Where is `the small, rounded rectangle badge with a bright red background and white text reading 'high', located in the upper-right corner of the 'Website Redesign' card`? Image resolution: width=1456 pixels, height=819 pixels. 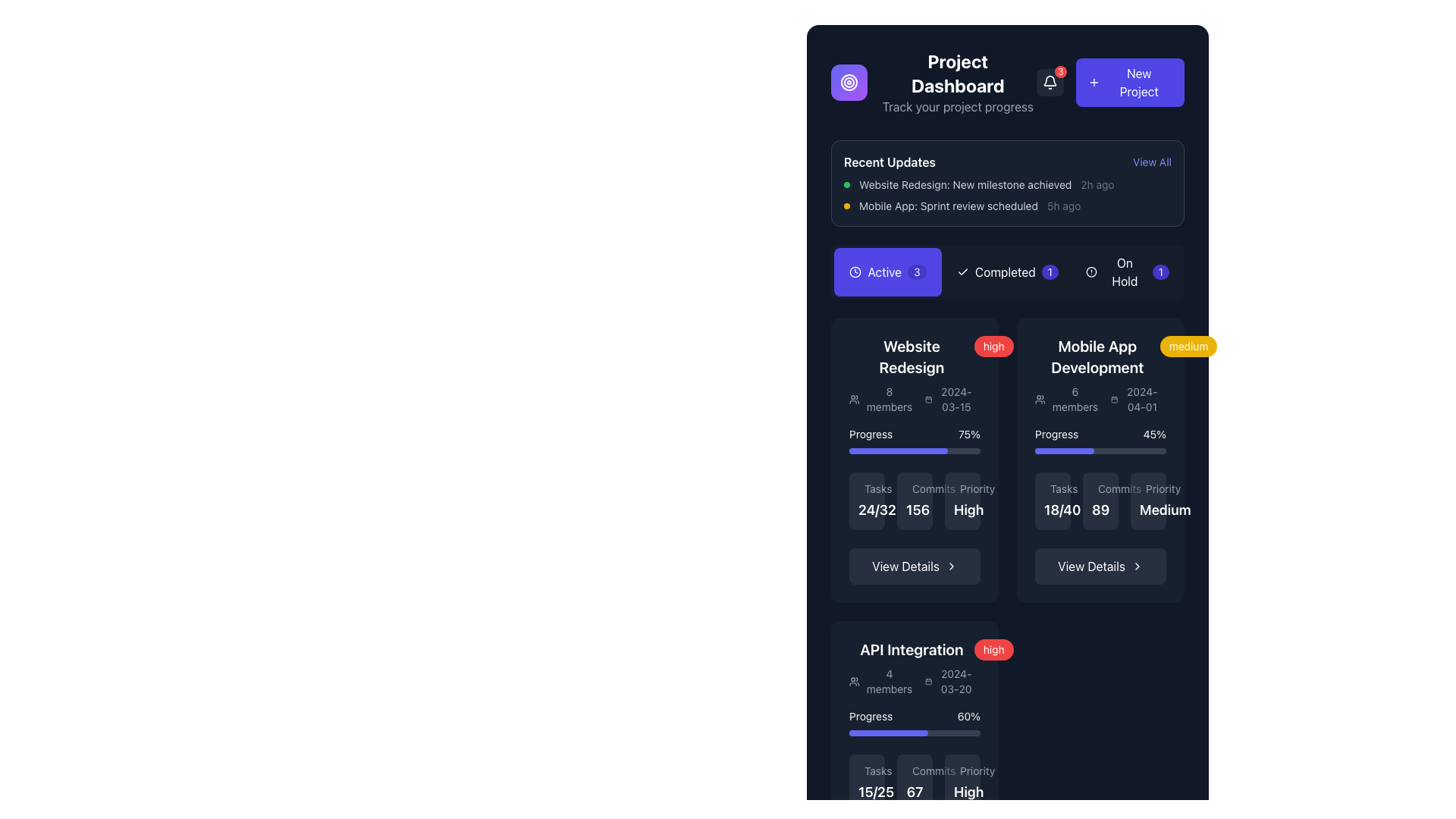 the small, rounded rectangle badge with a bright red background and white text reading 'high', located in the upper-right corner of the 'Website Redesign' card is located at coordinates (993, 346).